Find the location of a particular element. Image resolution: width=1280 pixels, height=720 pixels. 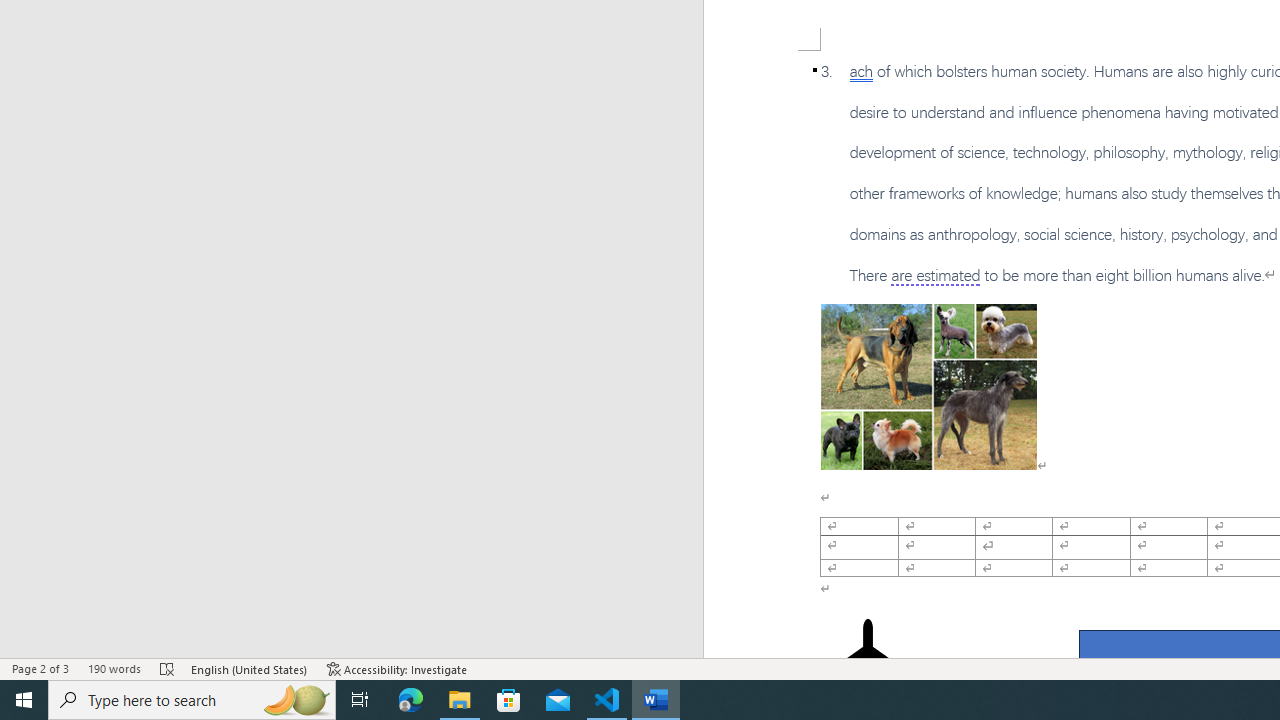

'Airplane with solid fill' is located at coordinates (867, 658).